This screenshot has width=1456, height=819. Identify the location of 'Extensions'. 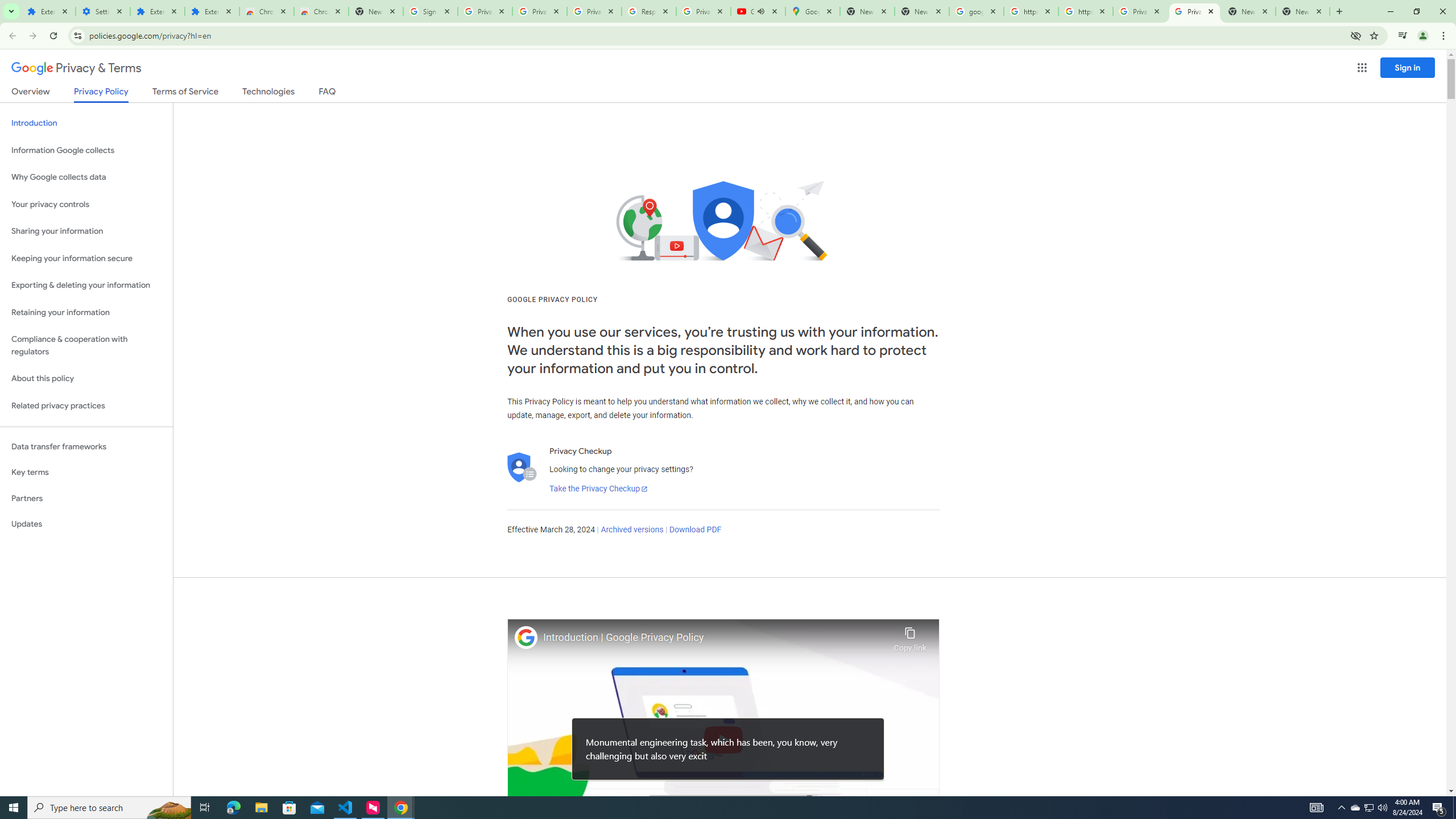
(211, 11).